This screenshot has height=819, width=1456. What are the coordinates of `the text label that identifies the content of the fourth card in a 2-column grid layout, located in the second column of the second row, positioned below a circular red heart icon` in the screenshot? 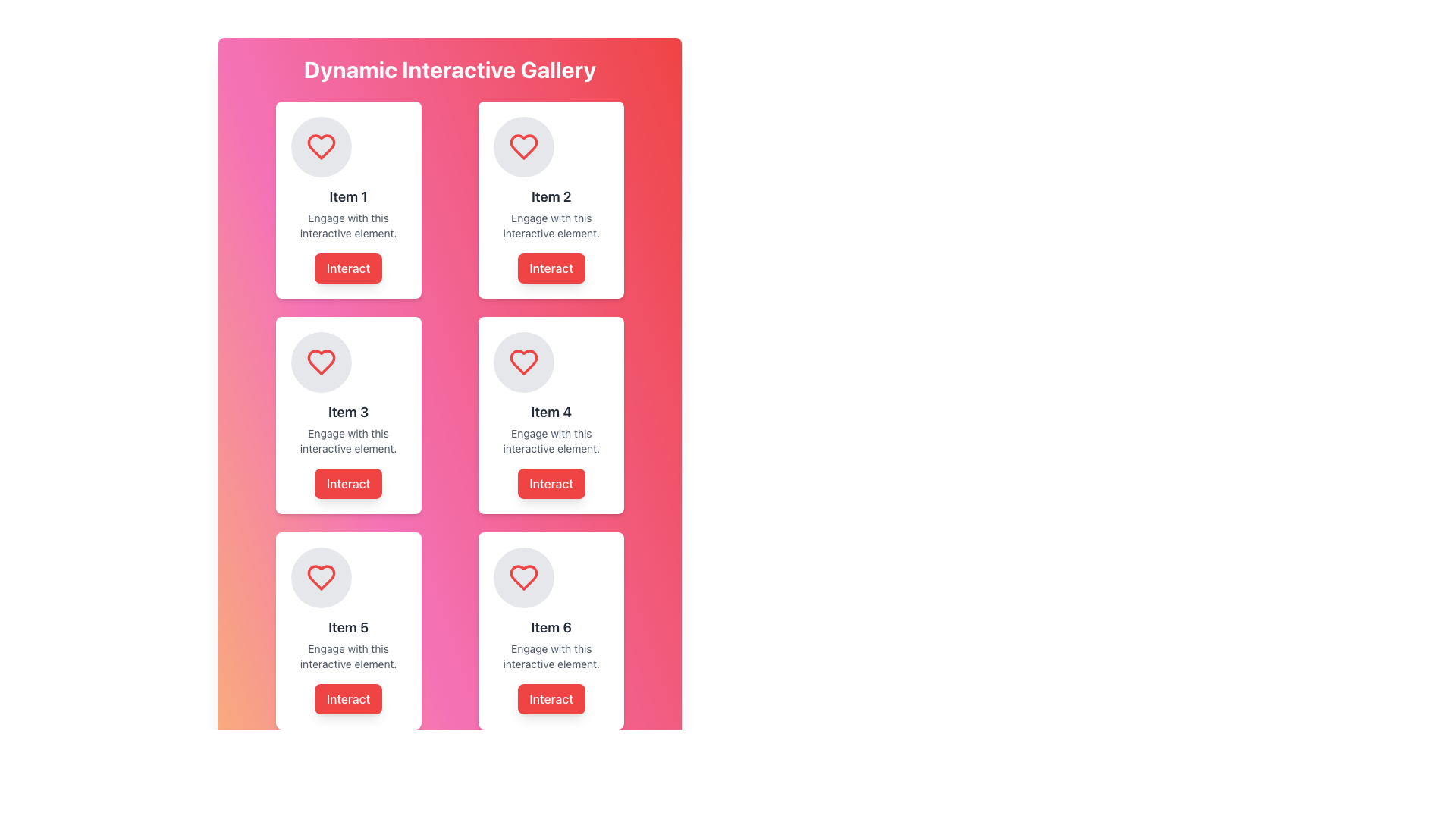 It's located at (551, 412).